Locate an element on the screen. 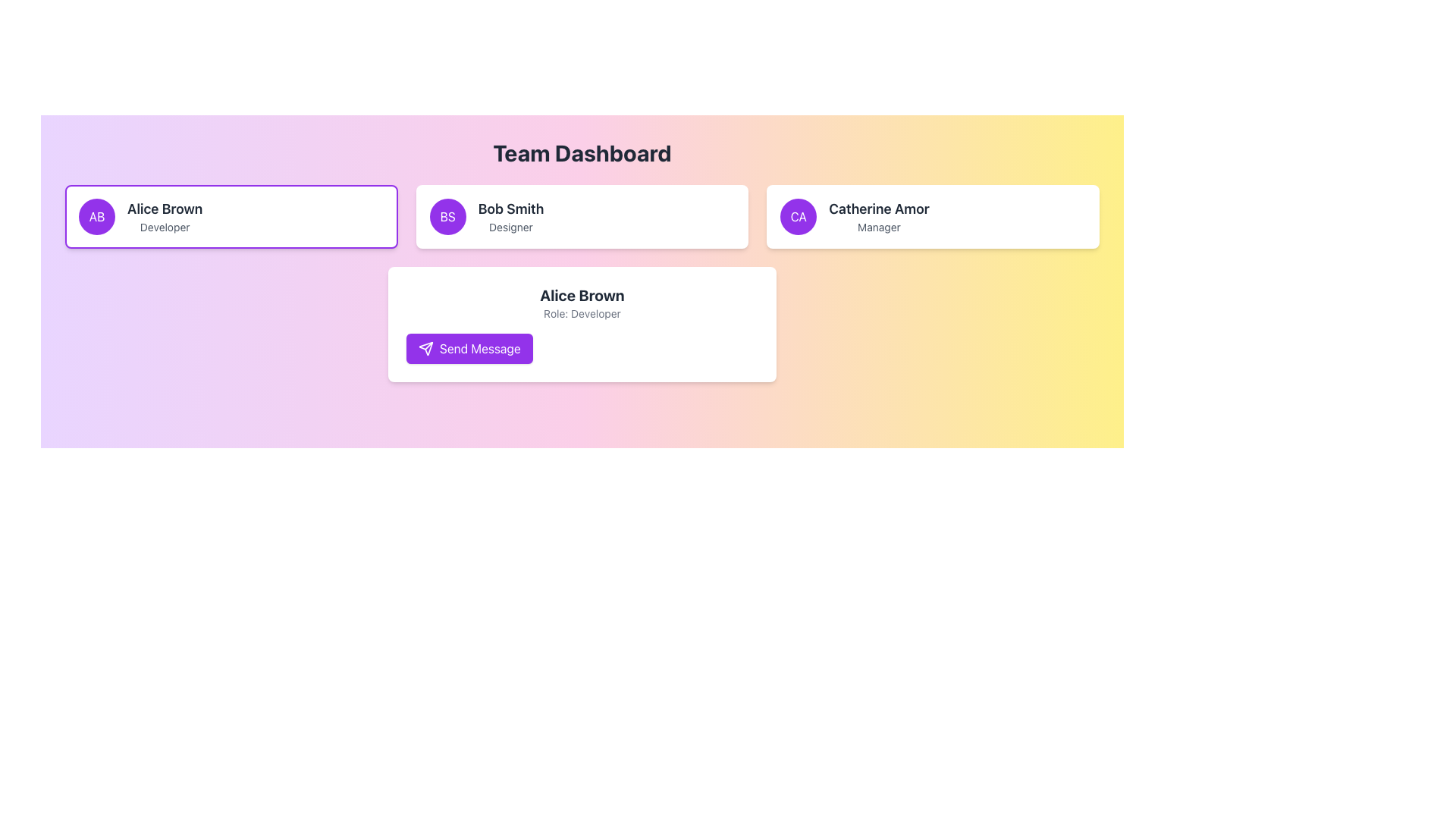 The image size is (1456, 819). the text node displaying the name 'Bob Smith', which is in bold and dark gray color, located in the top center of the card UI component is located at coordinates (510, 209).